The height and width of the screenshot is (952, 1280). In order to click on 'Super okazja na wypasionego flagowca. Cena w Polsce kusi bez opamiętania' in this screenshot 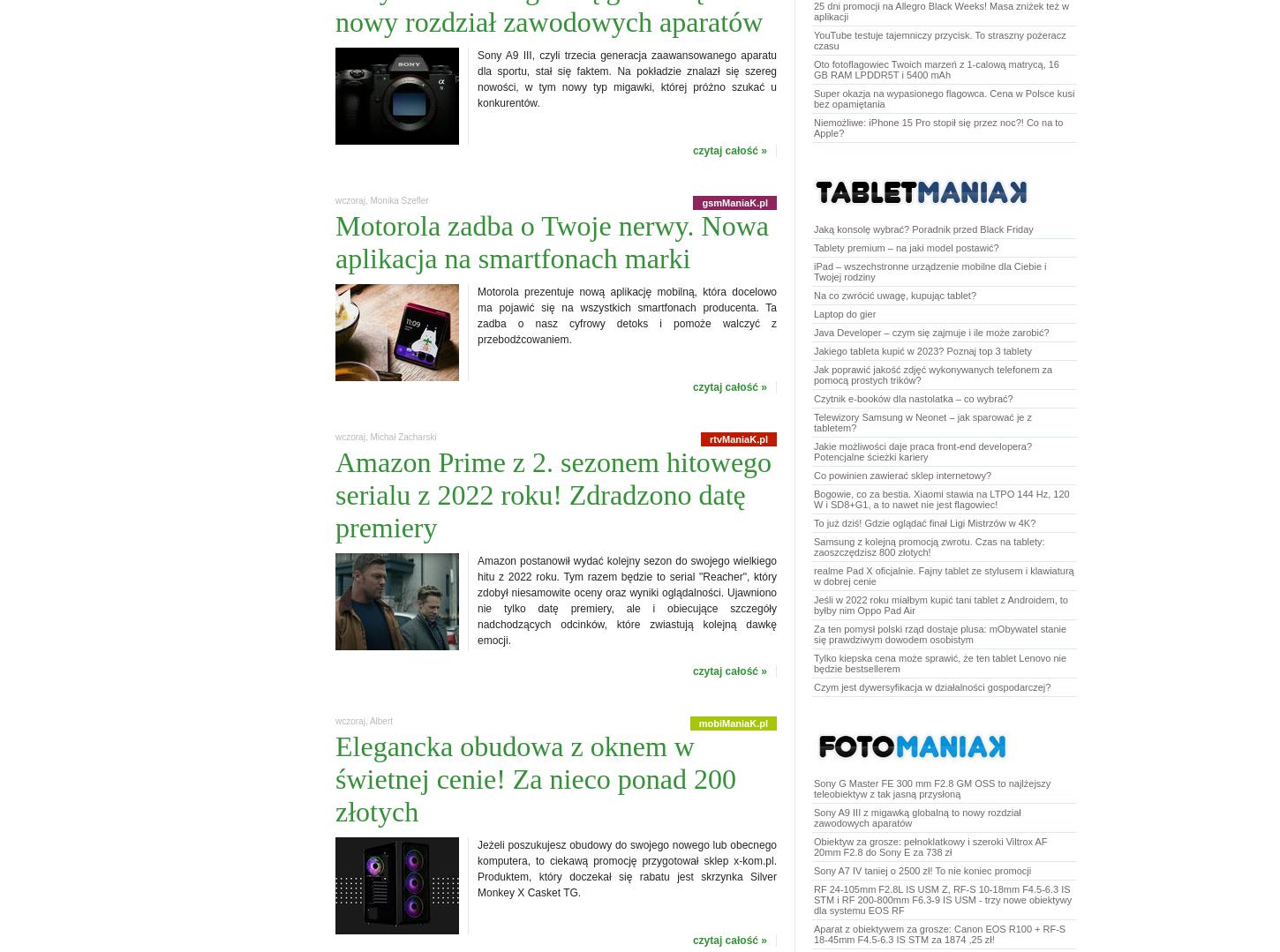, I will do `click(944, 99)`.